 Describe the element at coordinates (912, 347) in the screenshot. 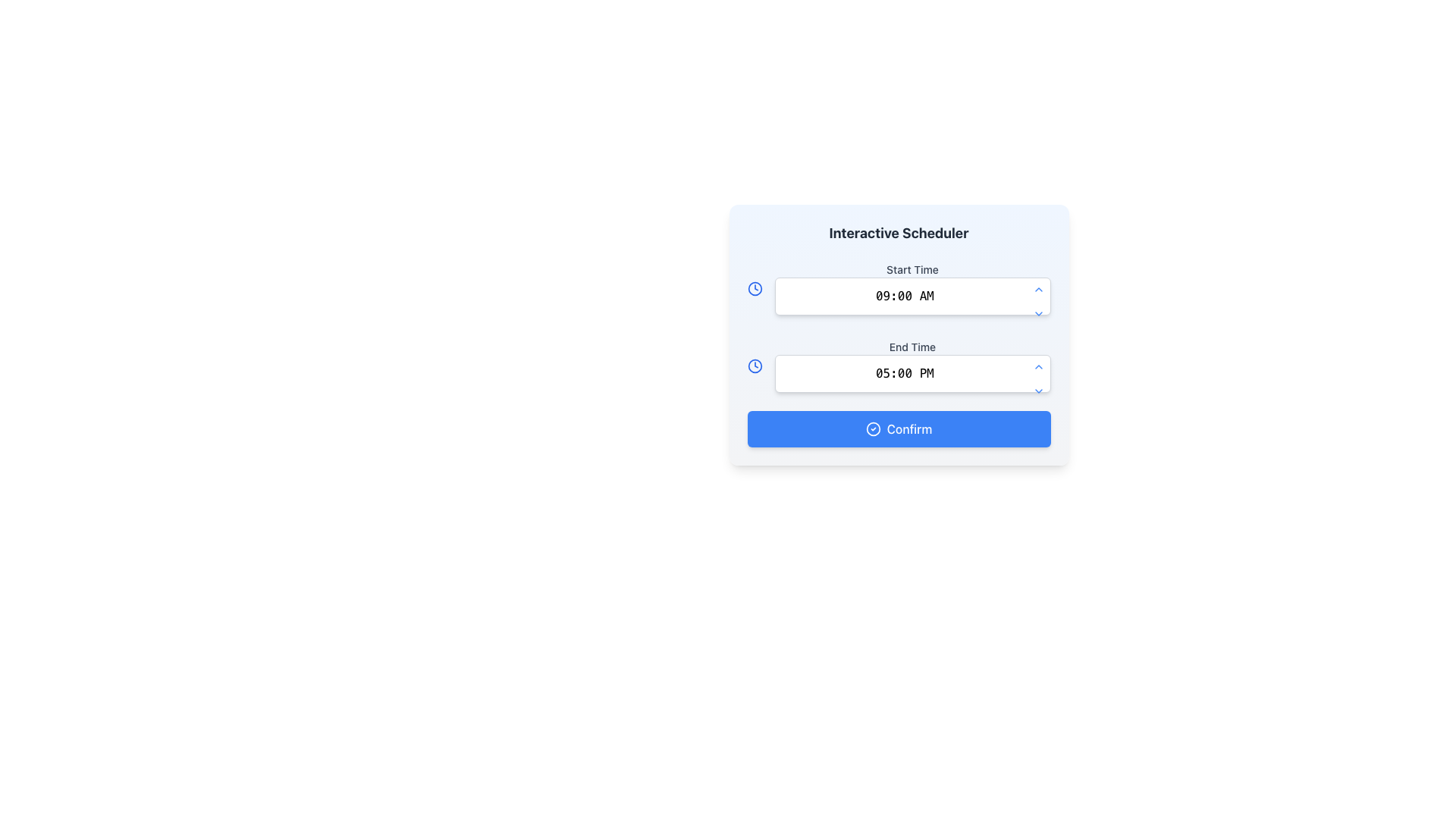

I see `the descriptive label indicating the end time for an event, positioned above the input field with the text '05:00 PM'` at that location.